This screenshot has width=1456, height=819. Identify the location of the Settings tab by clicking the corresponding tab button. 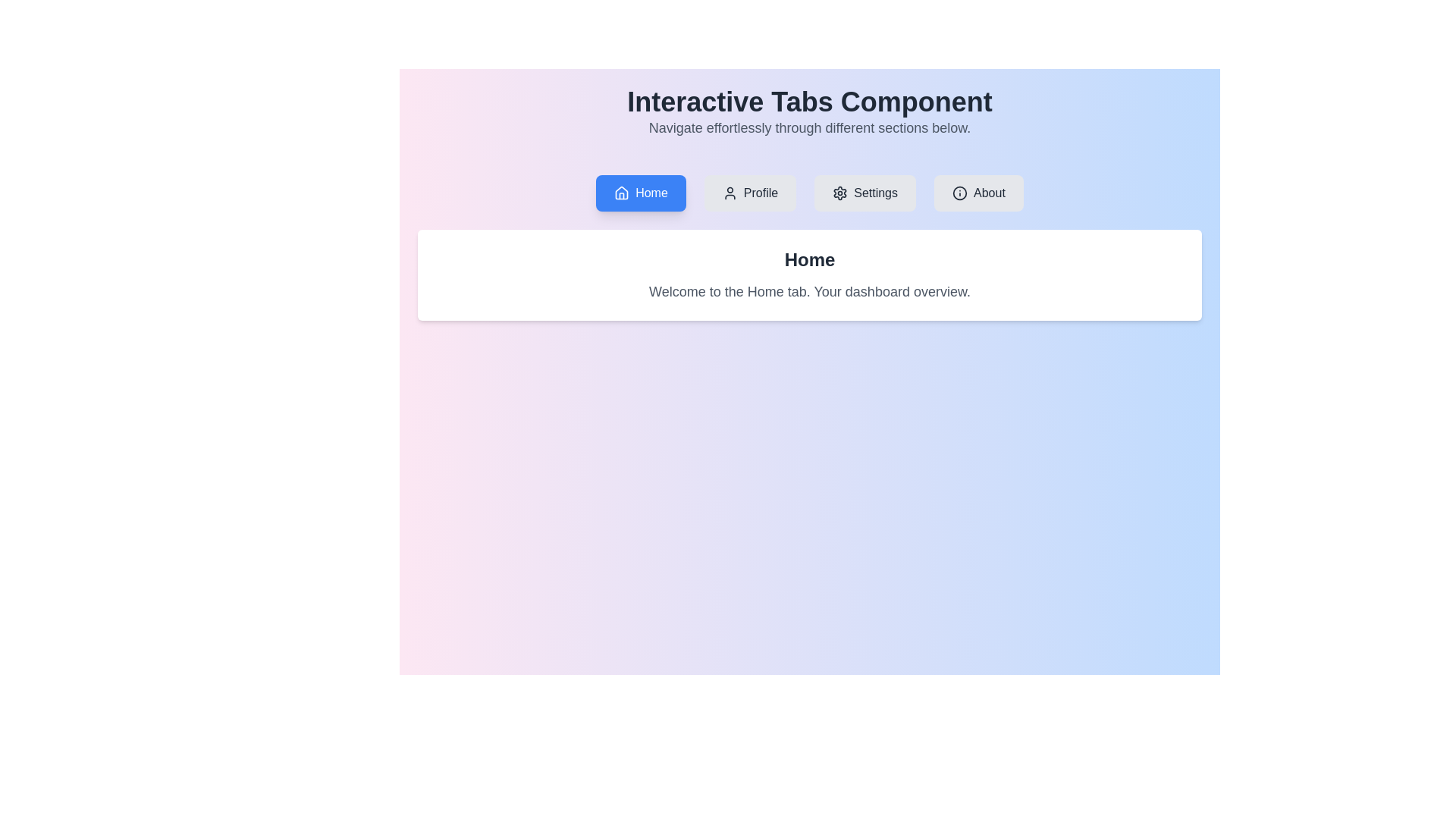
(865, 192).